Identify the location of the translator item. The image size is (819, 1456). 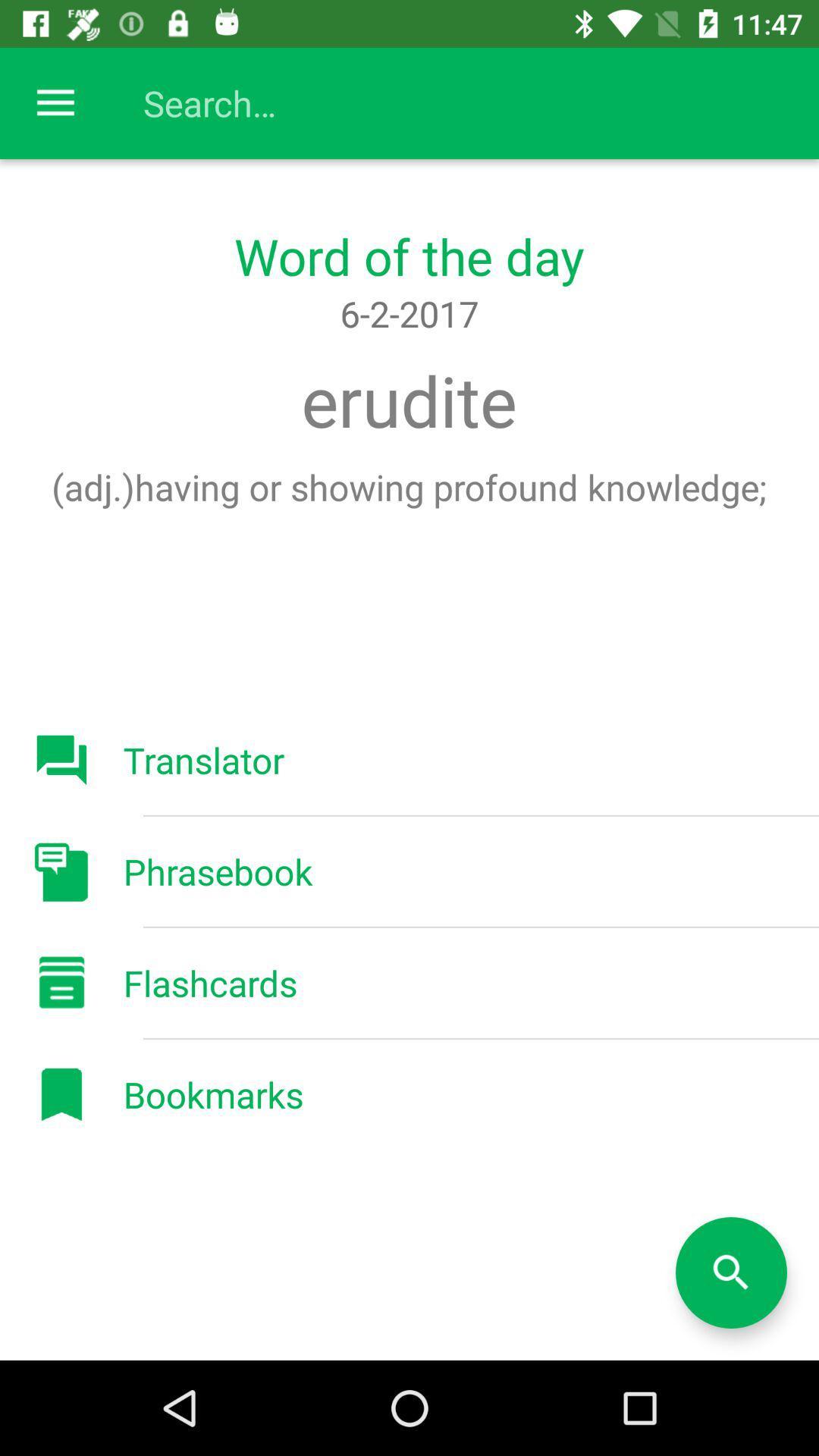
(202, 760).